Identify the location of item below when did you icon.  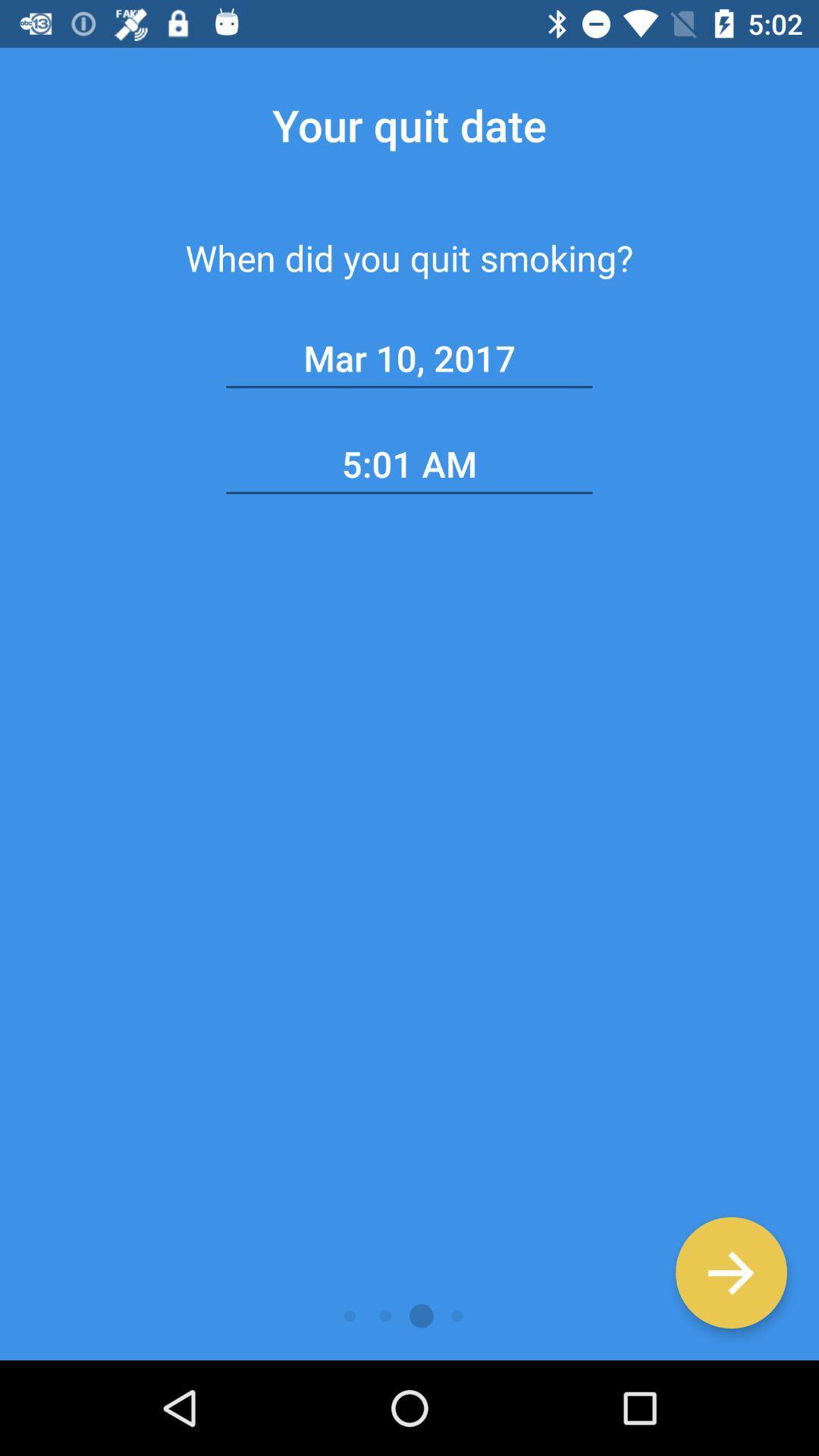
(409, 358).